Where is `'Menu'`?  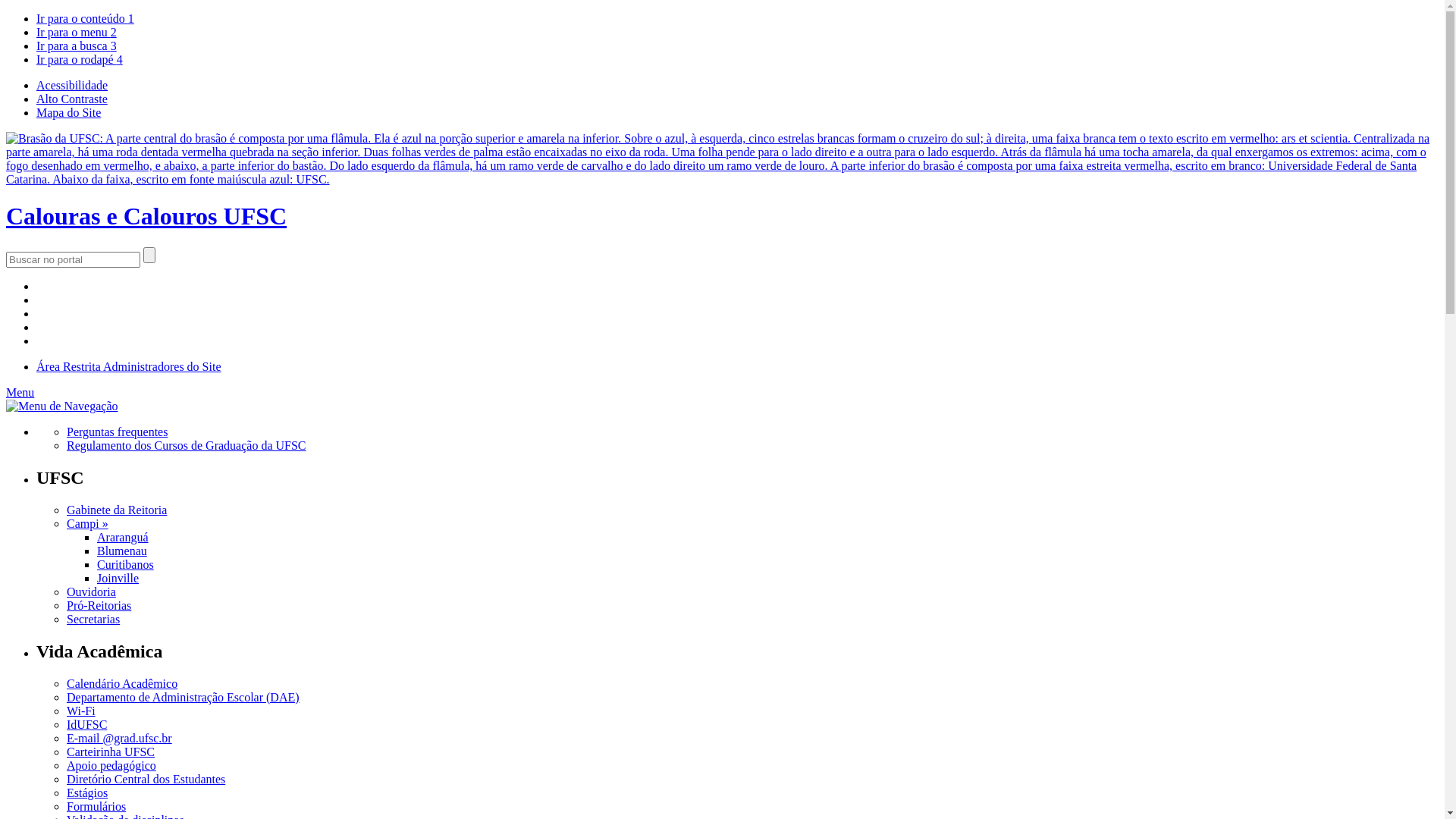
'Menu' is located at coordinates (20, 391).